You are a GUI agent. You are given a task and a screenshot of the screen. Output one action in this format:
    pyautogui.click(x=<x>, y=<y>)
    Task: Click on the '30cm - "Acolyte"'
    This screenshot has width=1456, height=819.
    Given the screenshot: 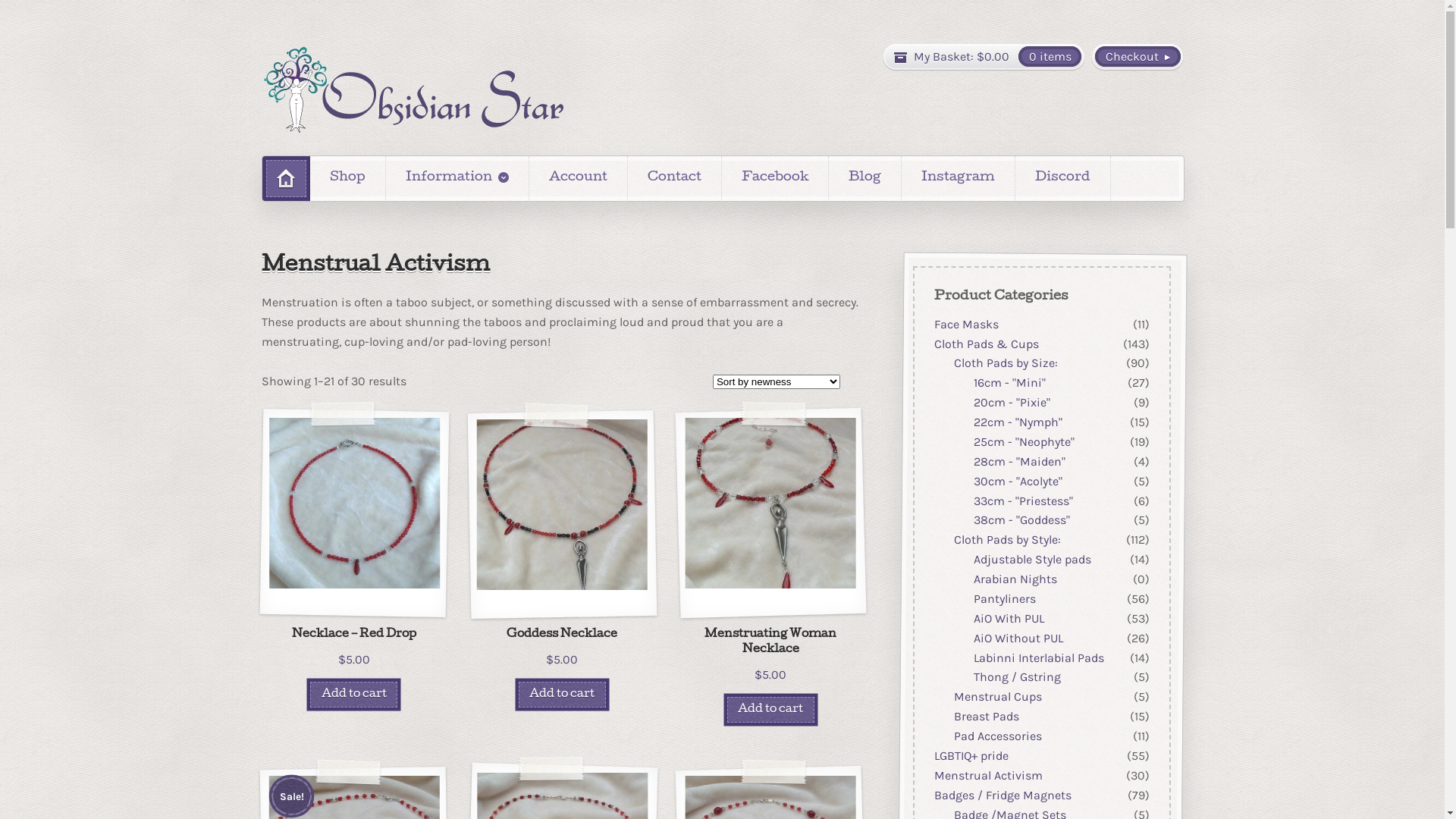 What is the action you would take?
    pyautogui.click(x=1017, y=481)
    